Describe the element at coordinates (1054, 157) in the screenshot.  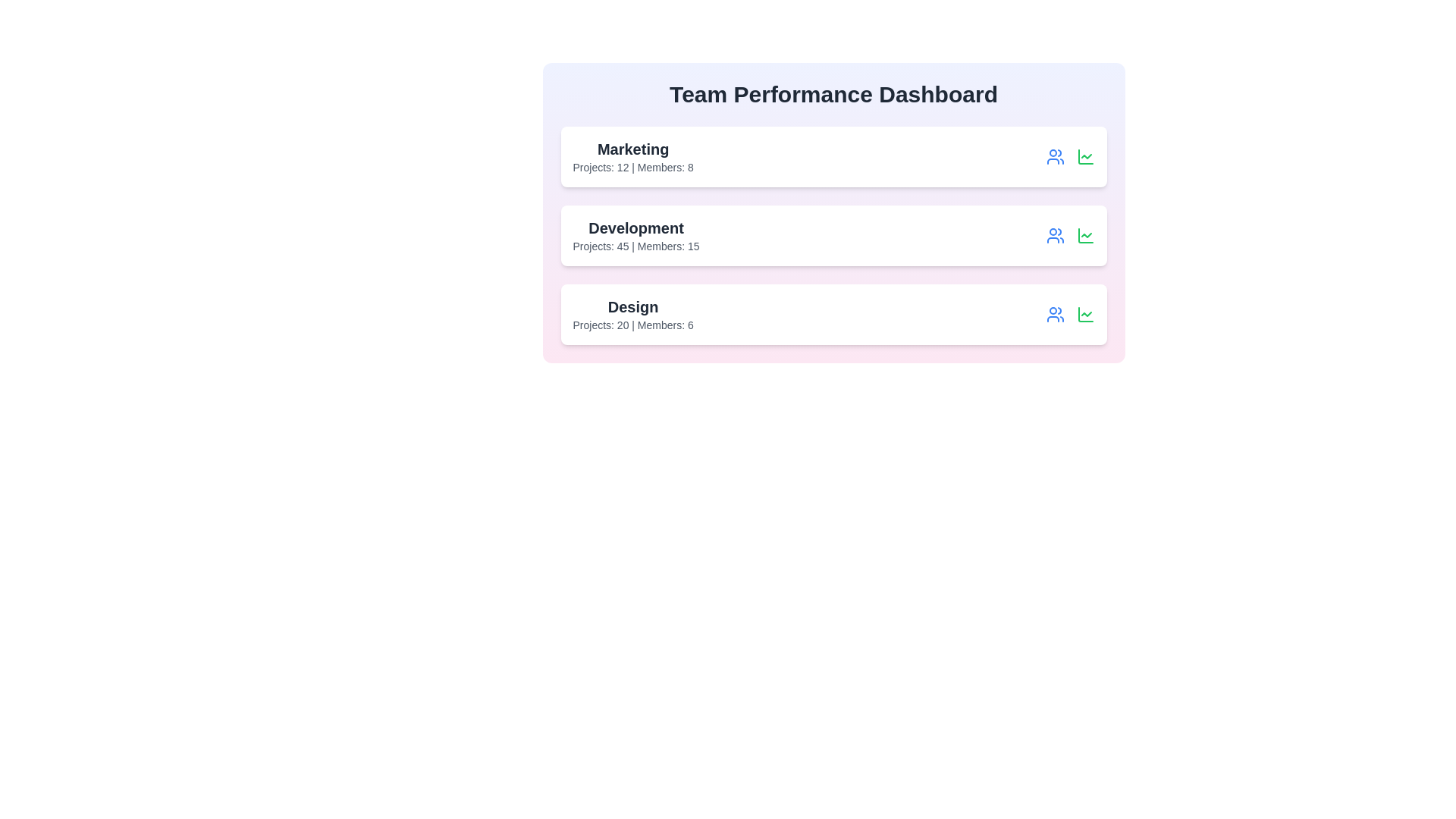
I see `the user icon for the Marketing team` at that location.